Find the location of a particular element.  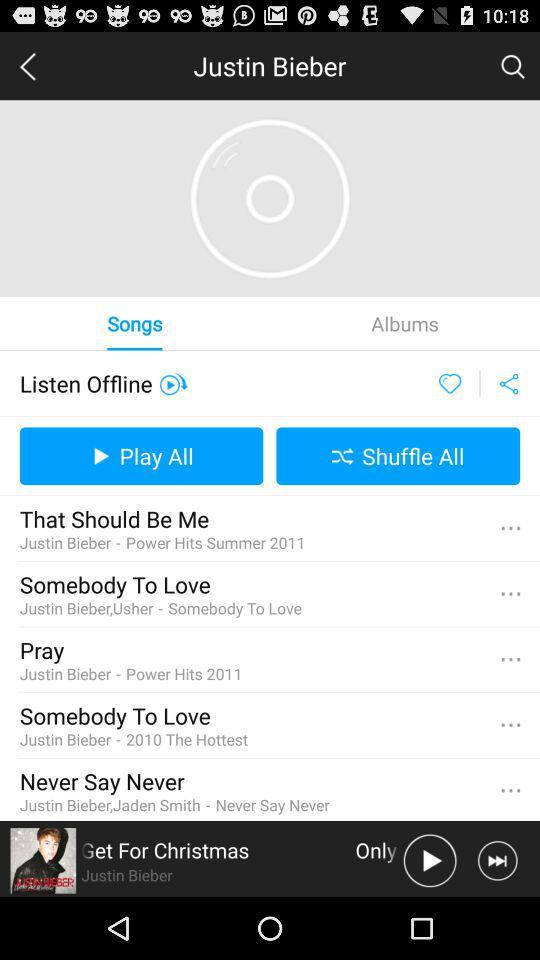

the skip_next icon is located at coordinates (496, 921).